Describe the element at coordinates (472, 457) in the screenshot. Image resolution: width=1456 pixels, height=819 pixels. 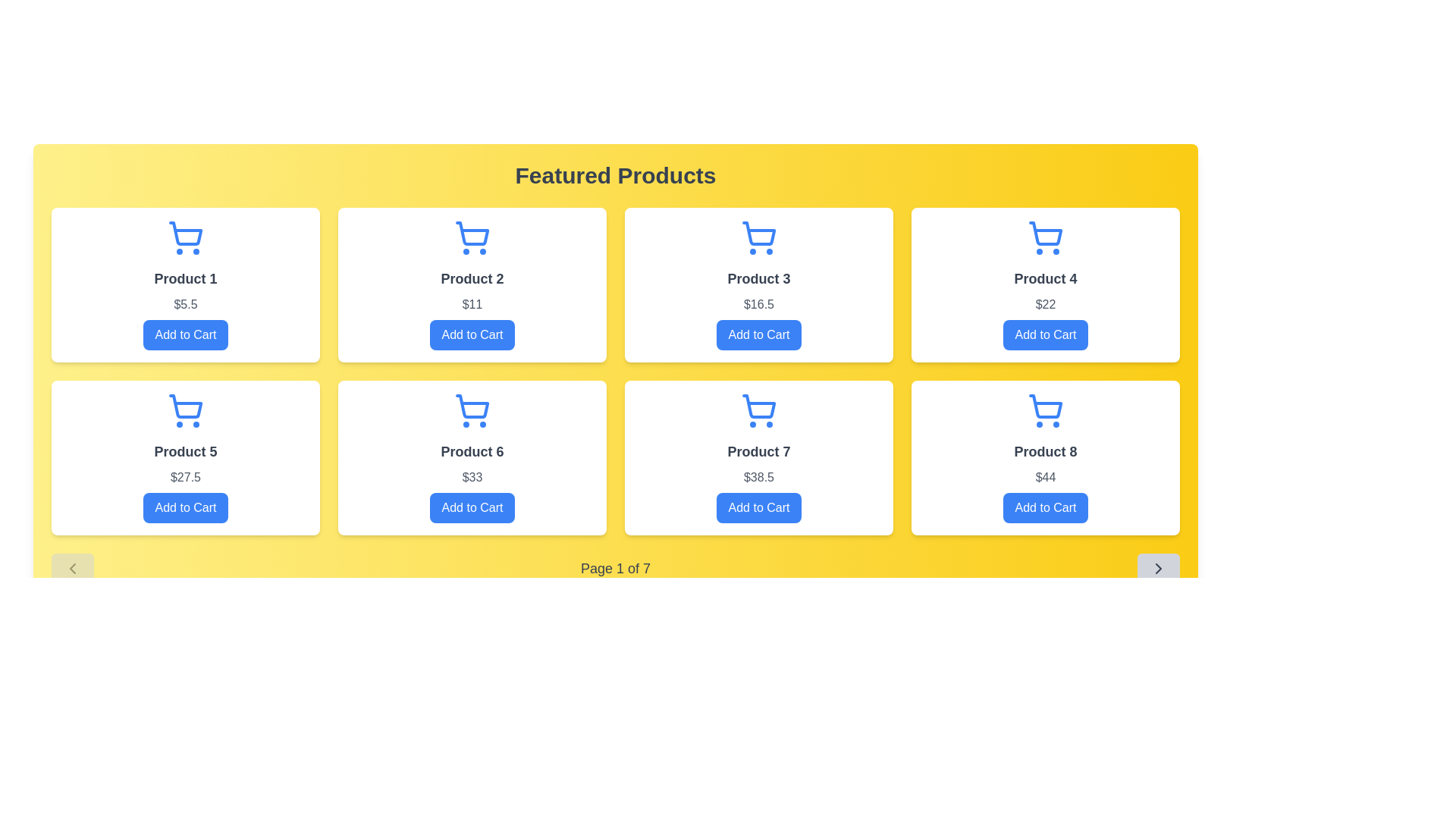
I see `the 'Product 6' text on the product display card located in the second row and third column of the grid layout` at that location.